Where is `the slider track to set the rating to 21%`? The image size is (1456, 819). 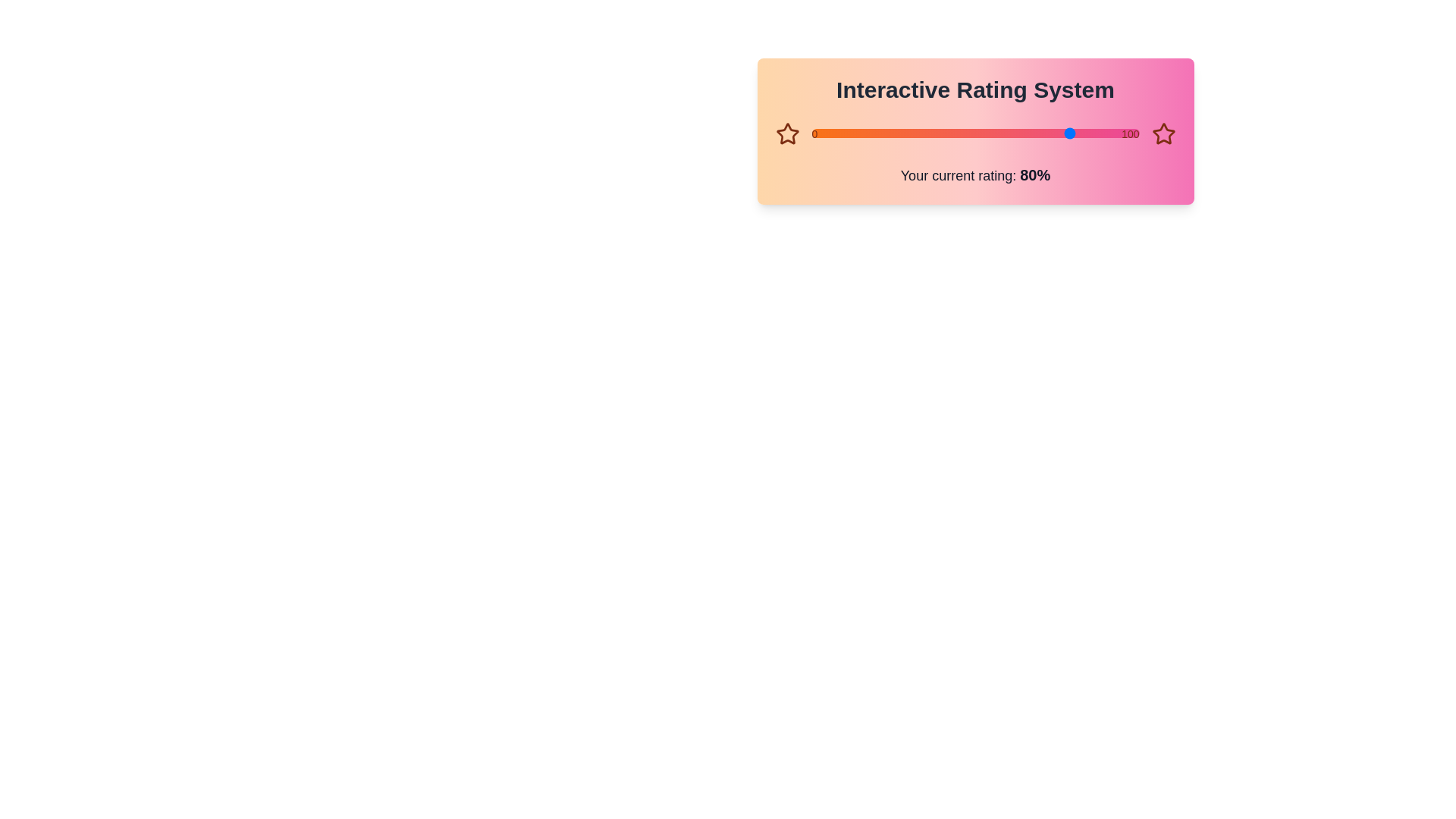 the slider track to set the rating to 21% is located at coordinates (880, 133).